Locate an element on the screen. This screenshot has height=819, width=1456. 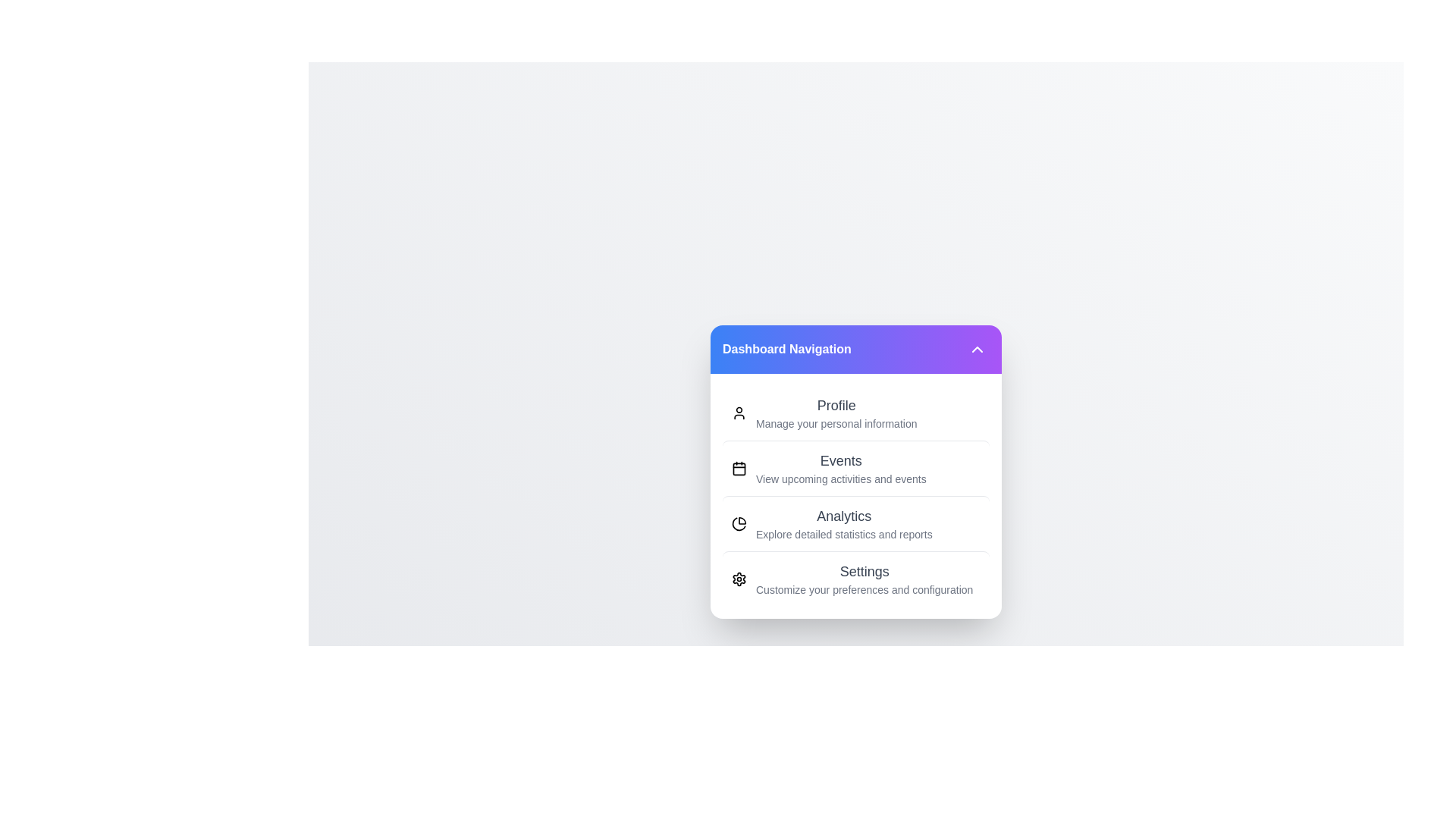
the icon associated with Events is located at coordinates (739, 467).